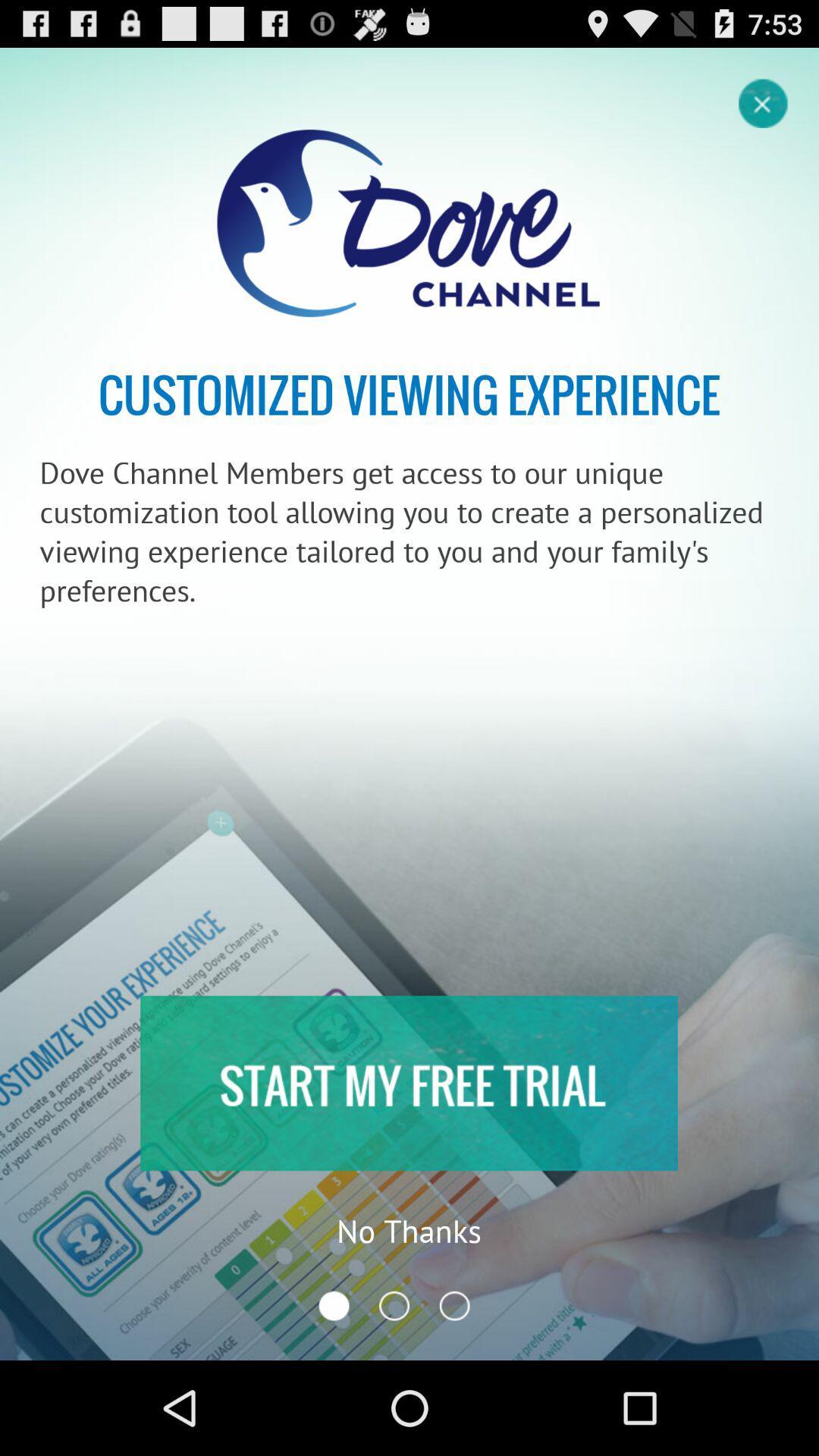 The image size is (819, 1456). Describe the element at coordinates (764, 109) in the screenshot. I see `the close icon` at that location.